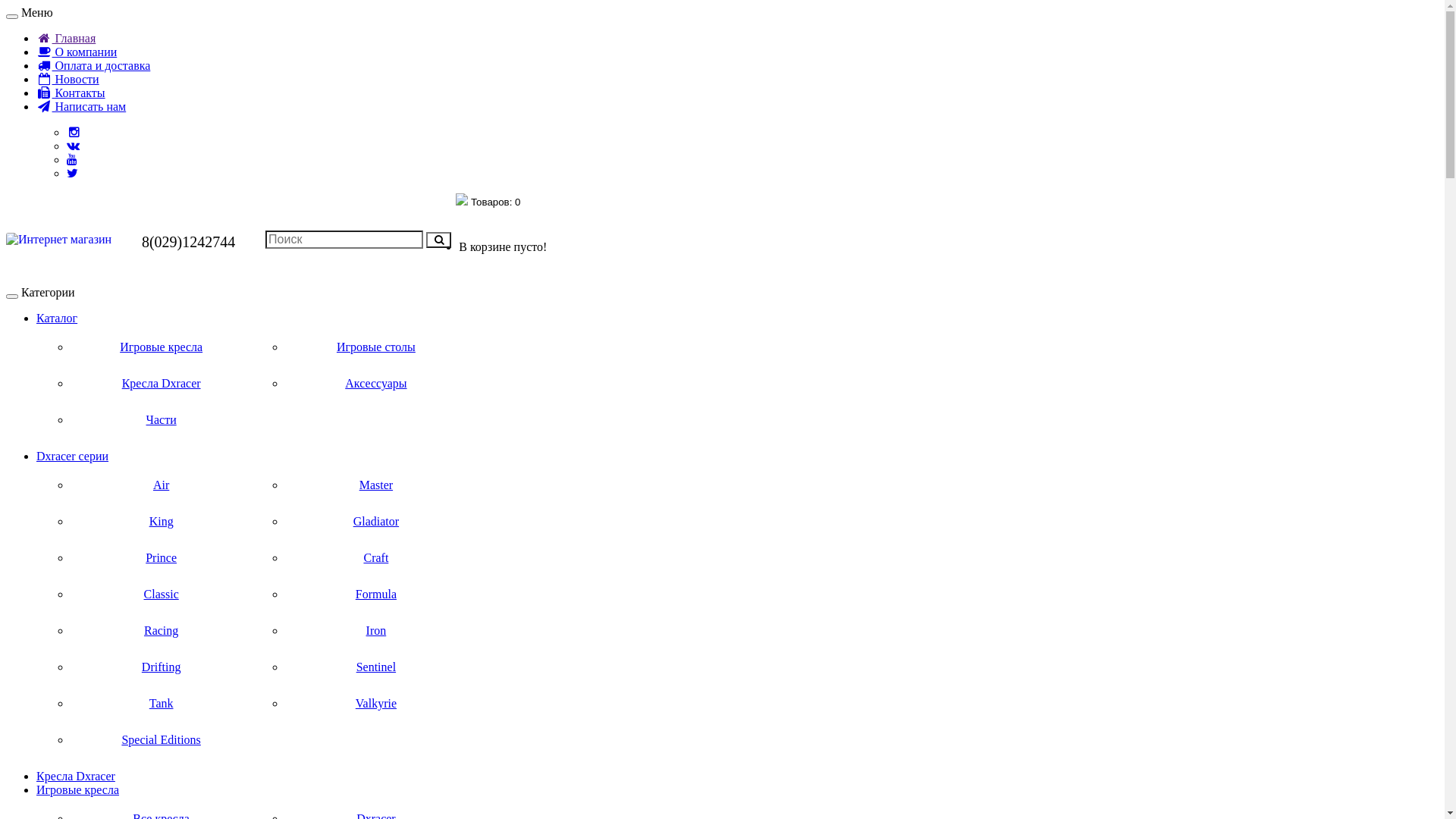 Image resolution: width=1456 pixels, height=819 pixels. I want to click on 'Prince', so click(161, 558).